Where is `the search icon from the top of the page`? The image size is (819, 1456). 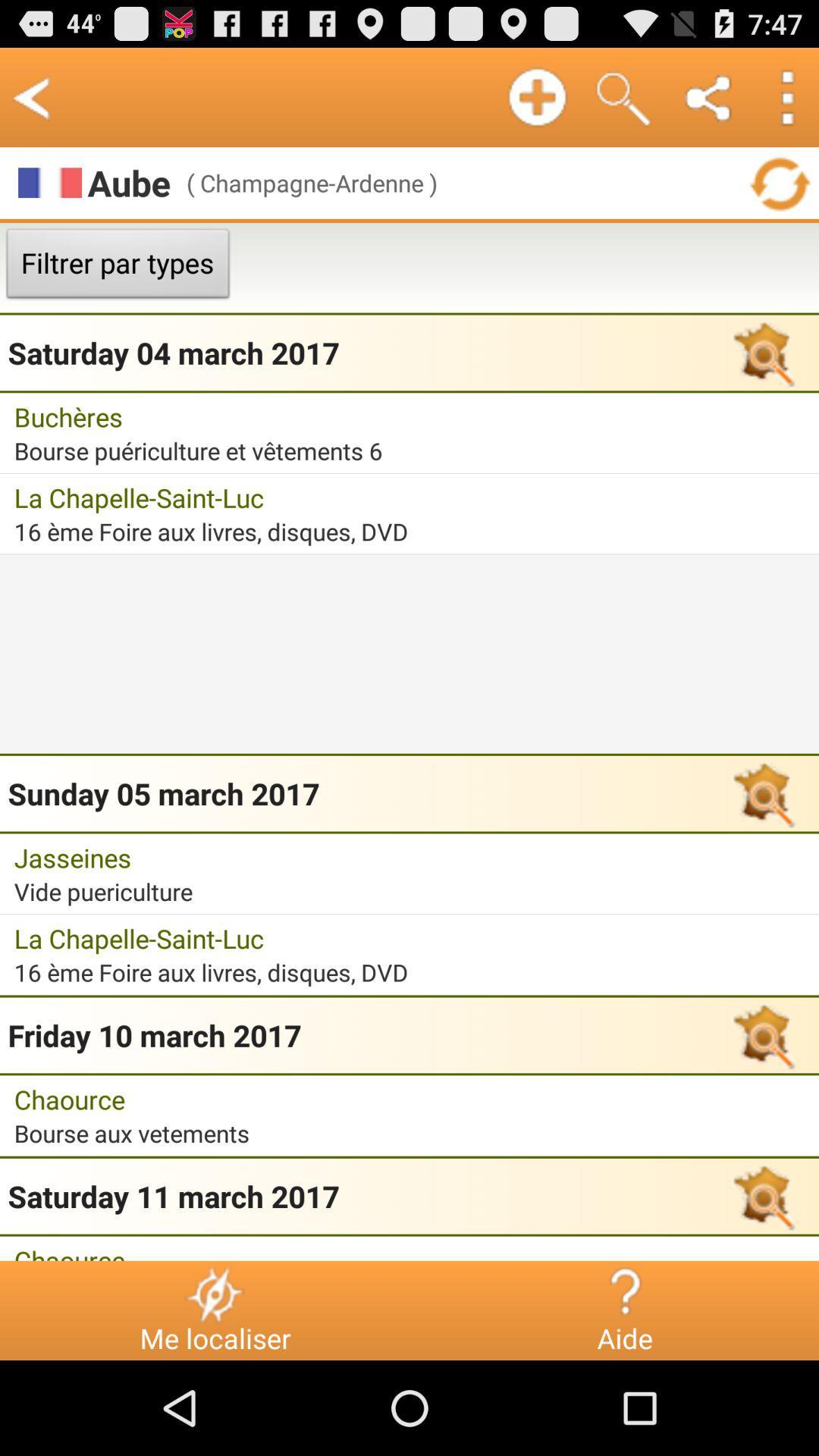
the search icon from the top of the page is located at coordinates (623, 96).